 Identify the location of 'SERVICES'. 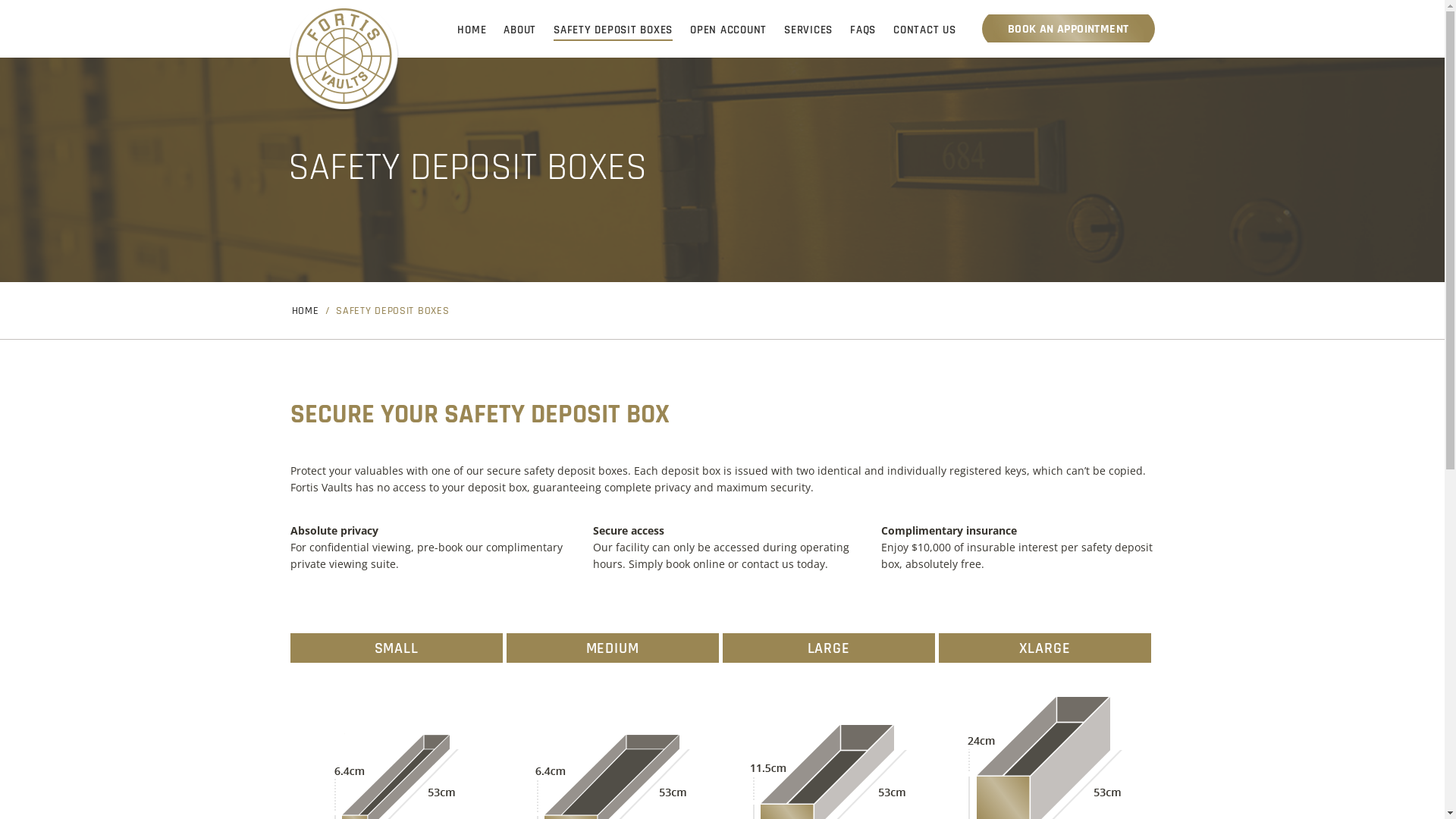
(807, 30).